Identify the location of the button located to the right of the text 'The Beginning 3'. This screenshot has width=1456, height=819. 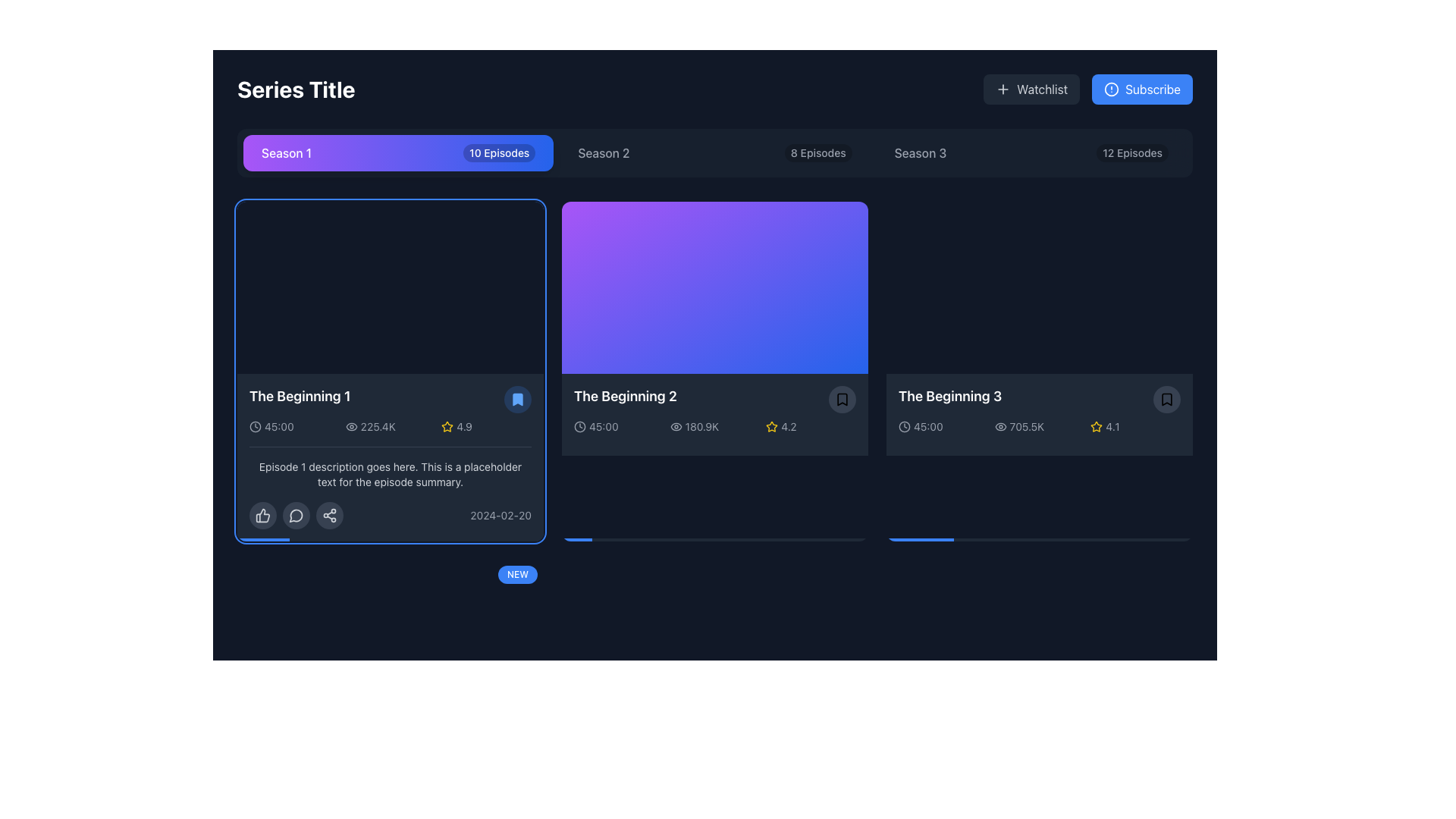
(1166, 399).